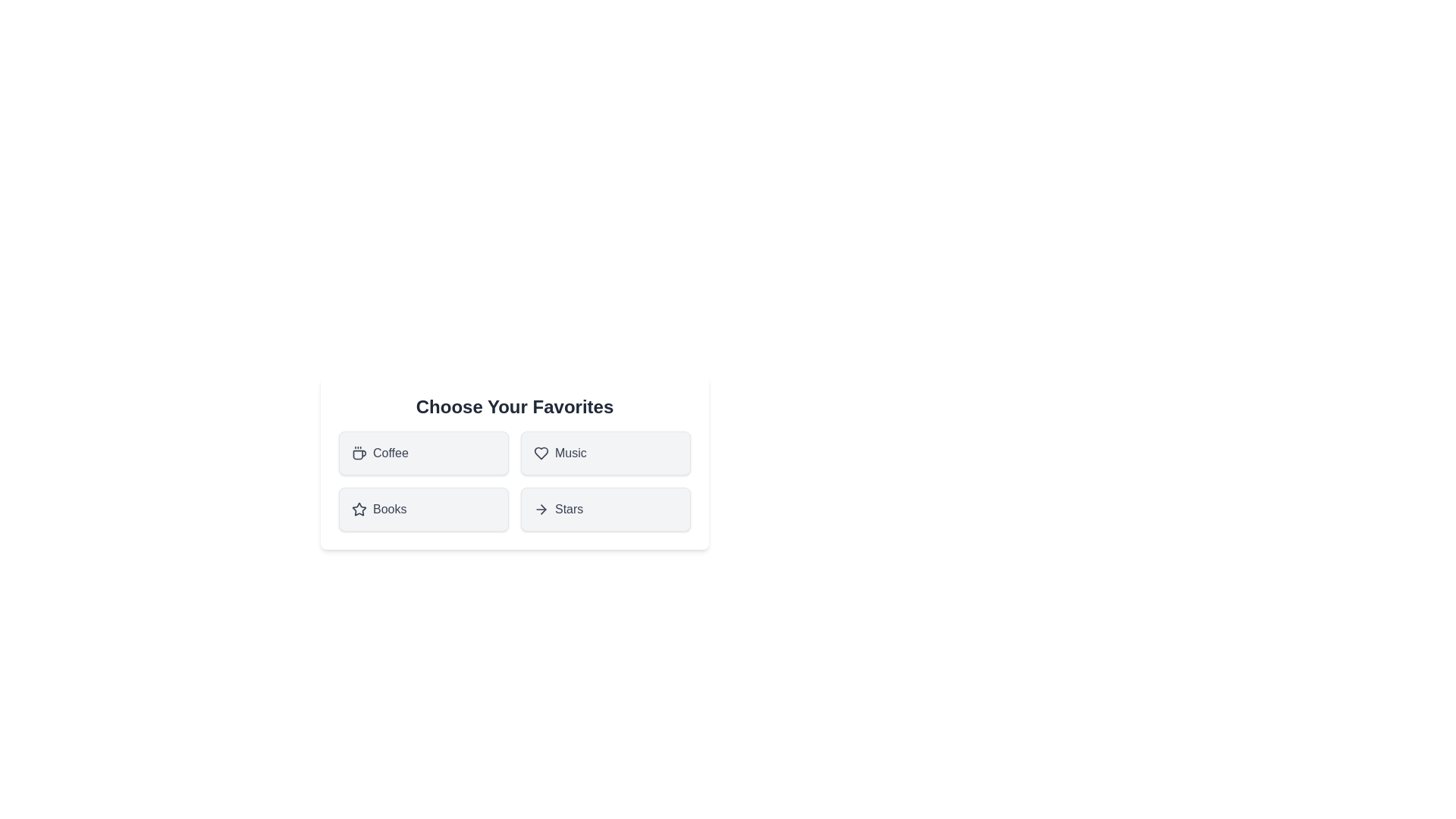 The image size is (1456, 819). I want to click on the static text label for 'Music' located in the second option of the top row in a grid layout, which is associated with a heart icon indicating a favorite feature, so click(570, 452).